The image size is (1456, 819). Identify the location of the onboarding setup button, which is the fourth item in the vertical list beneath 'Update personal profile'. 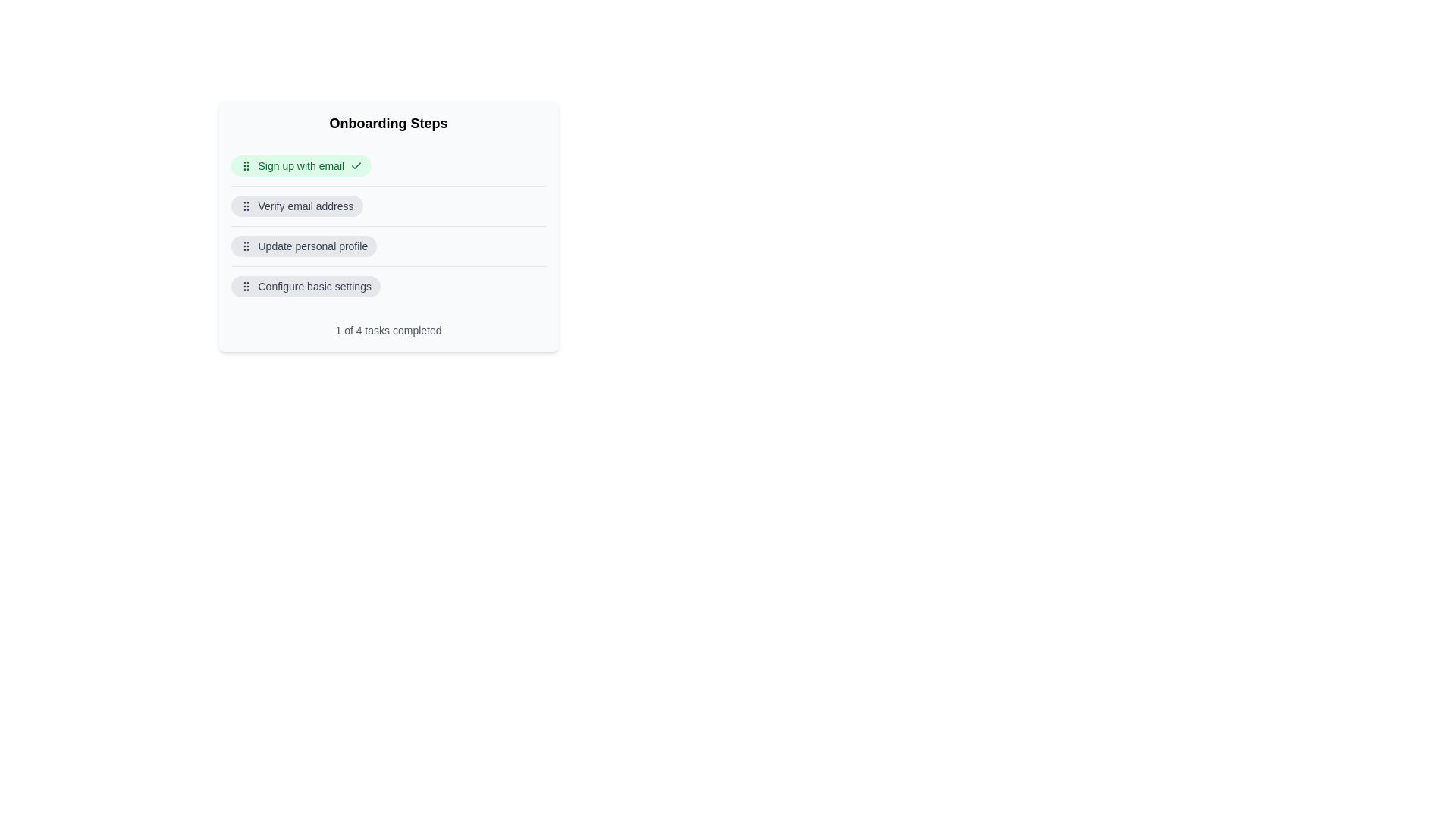
(305, 287).